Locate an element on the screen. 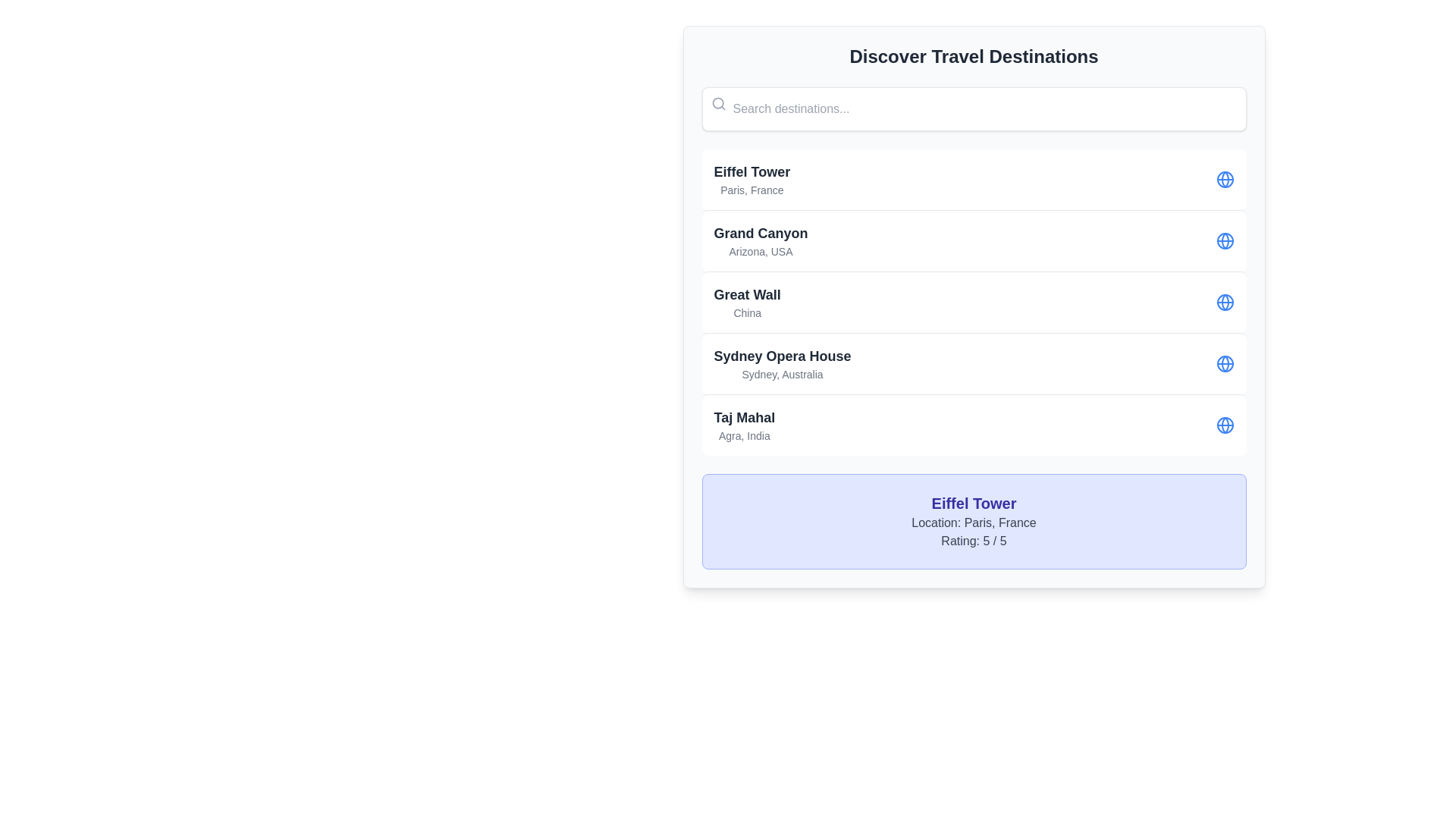  the navigational icon located at the far right of the row labeled 'Sydney Opera House' and 'Sydney, Australia' is located at coordinates (1225, 363).